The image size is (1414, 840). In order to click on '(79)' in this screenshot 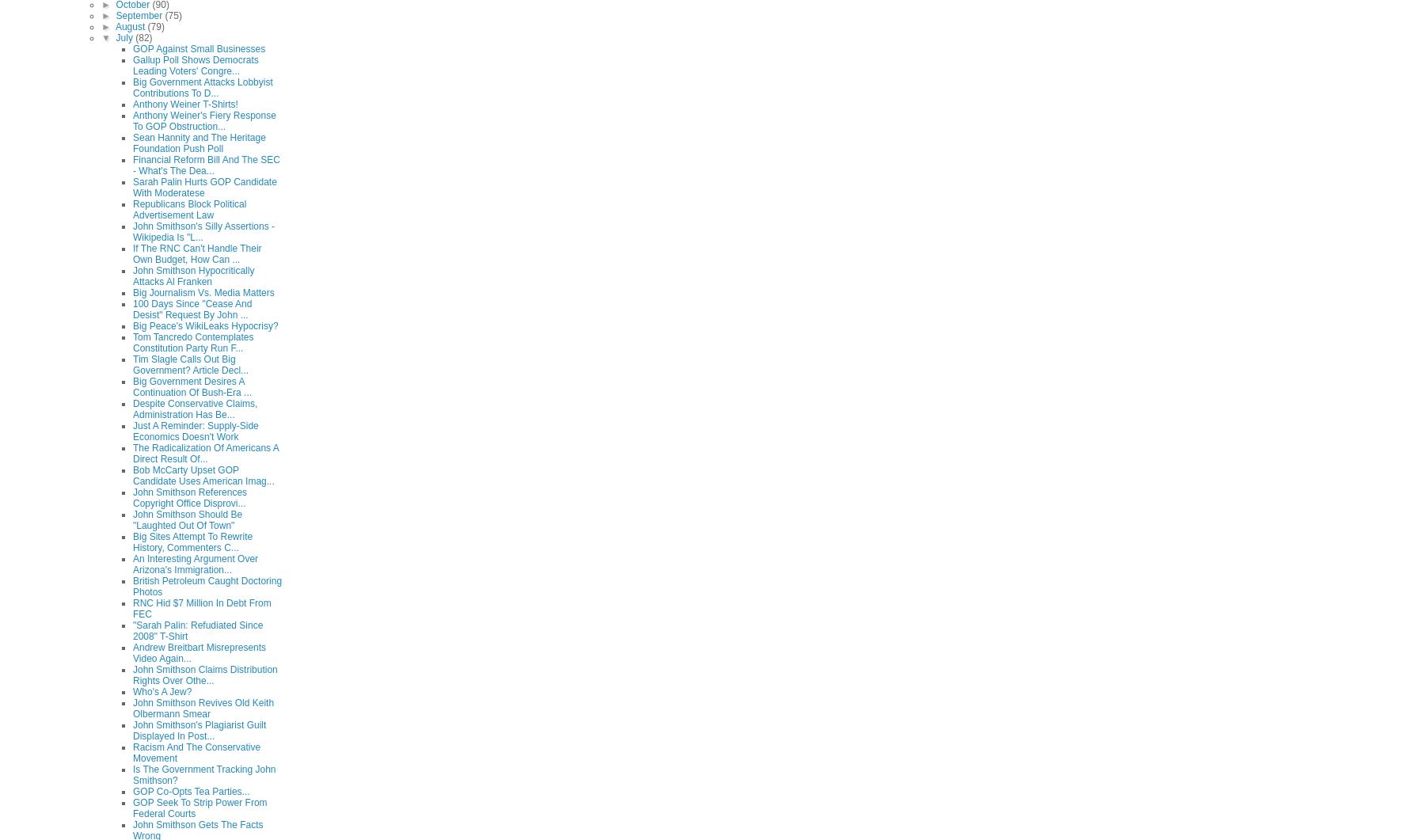, I will do `click(154, 25)`.